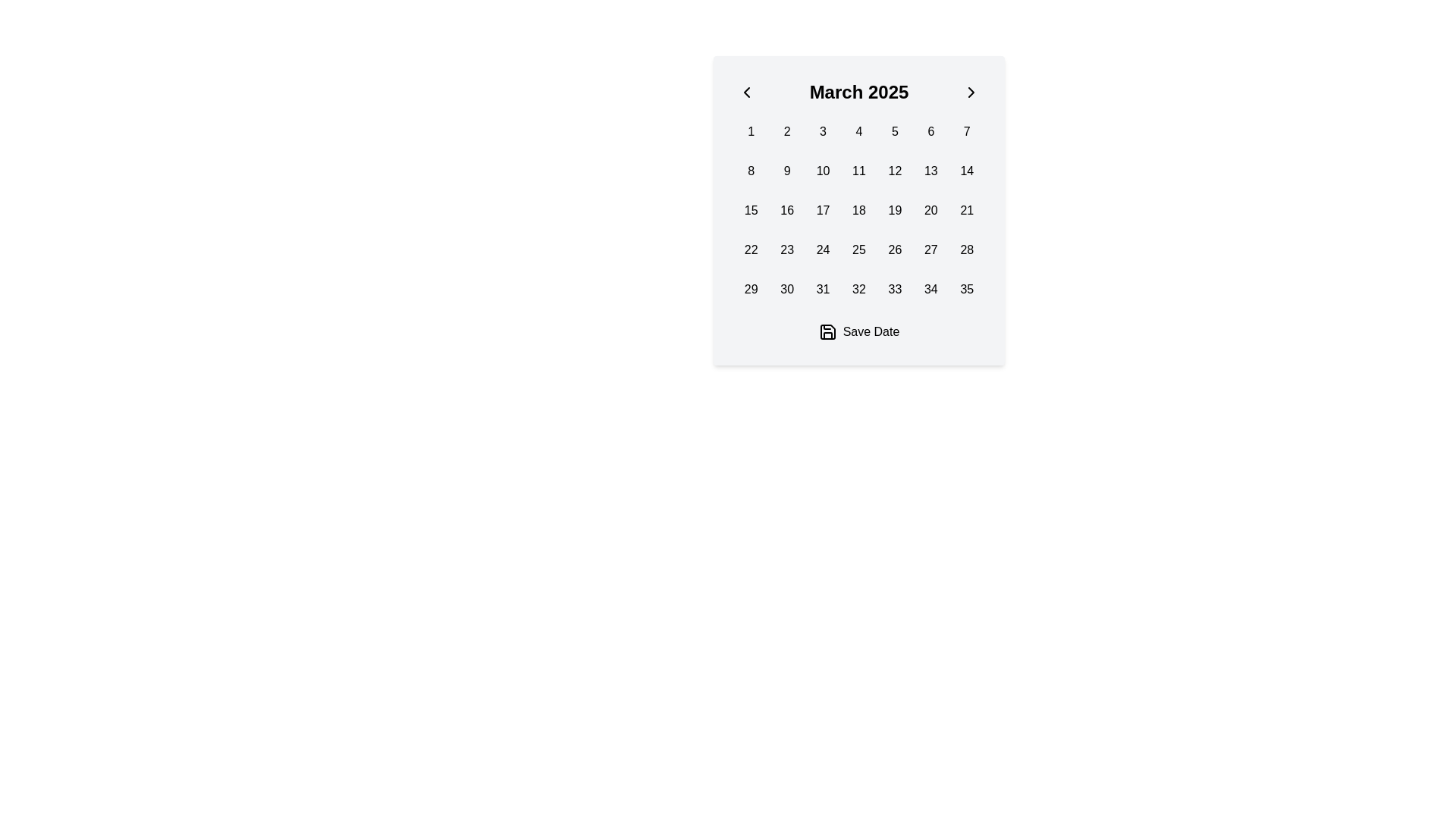 The image size is (1456, 819). I want to click on the confirm button located at the bottom of the calendar interface, so click(858, 331).